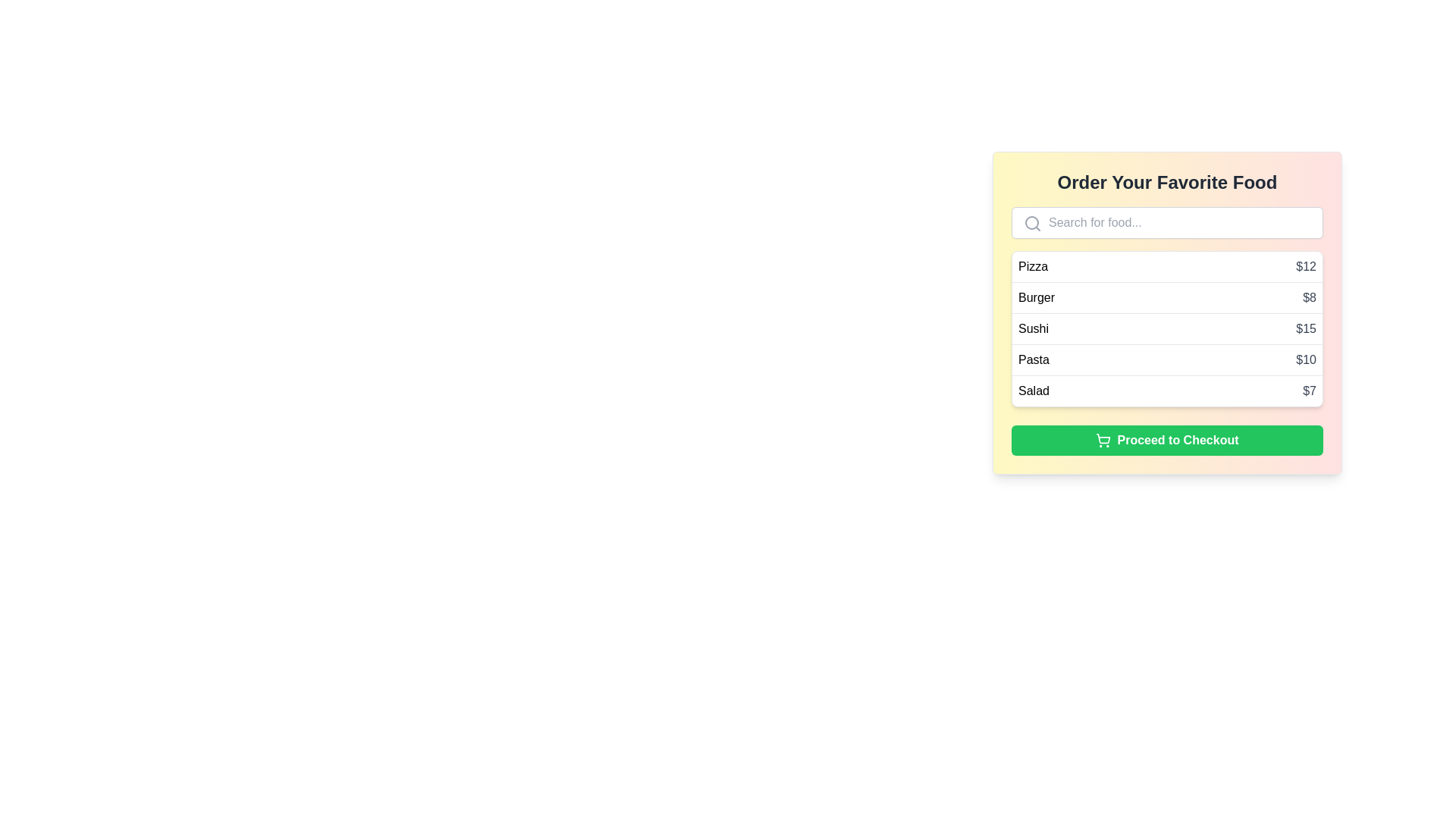 The height and width of the screenshot is (819, 1456). What do you see at coordinates (1166, 328) in the screenshot?
I see `the third row of the food menu option labeled 'Sushi'` at bounding box center [1166, 328].